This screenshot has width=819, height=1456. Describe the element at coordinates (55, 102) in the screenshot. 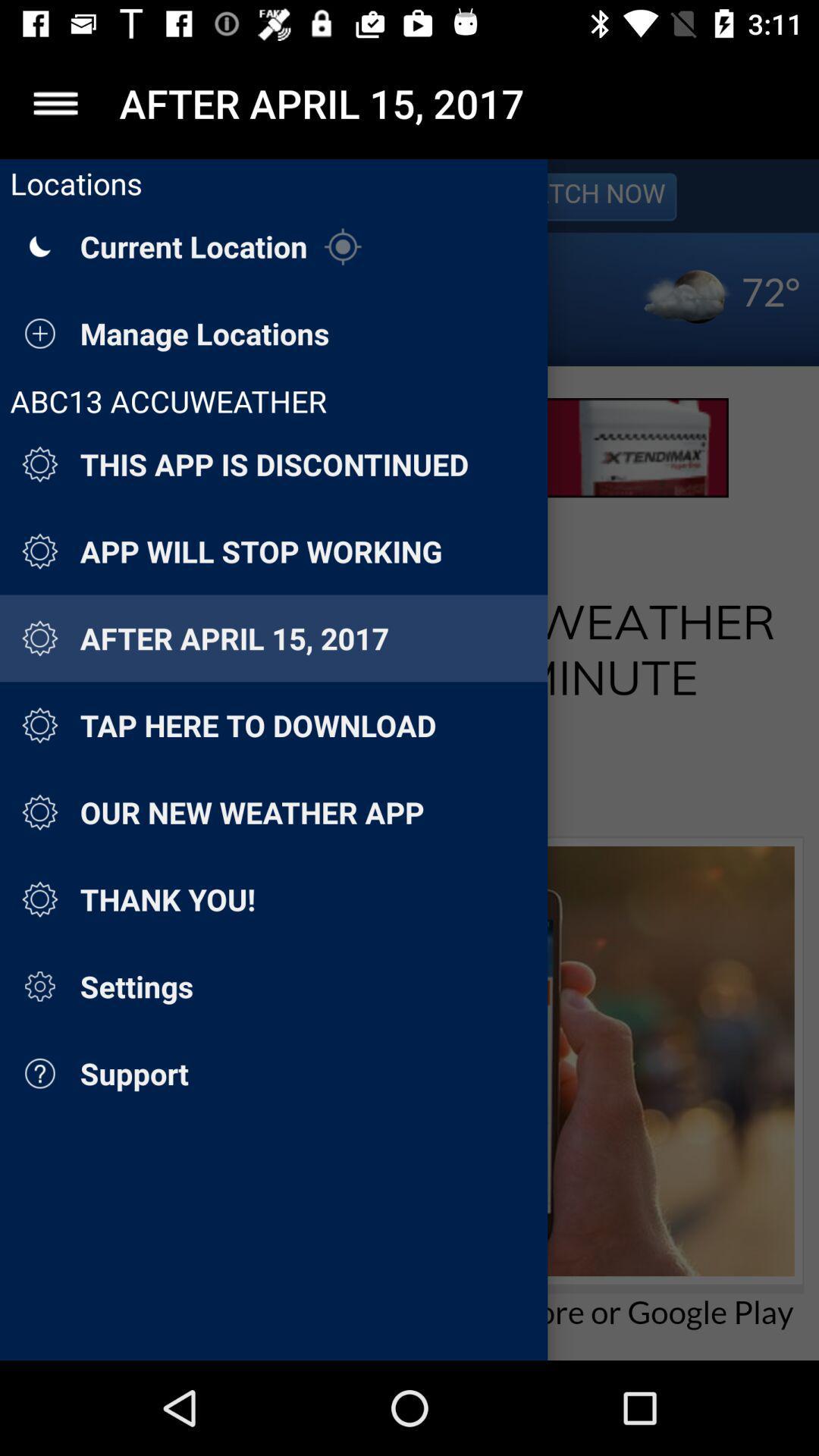

I see `the icon next to the after april 15 item` at that location.